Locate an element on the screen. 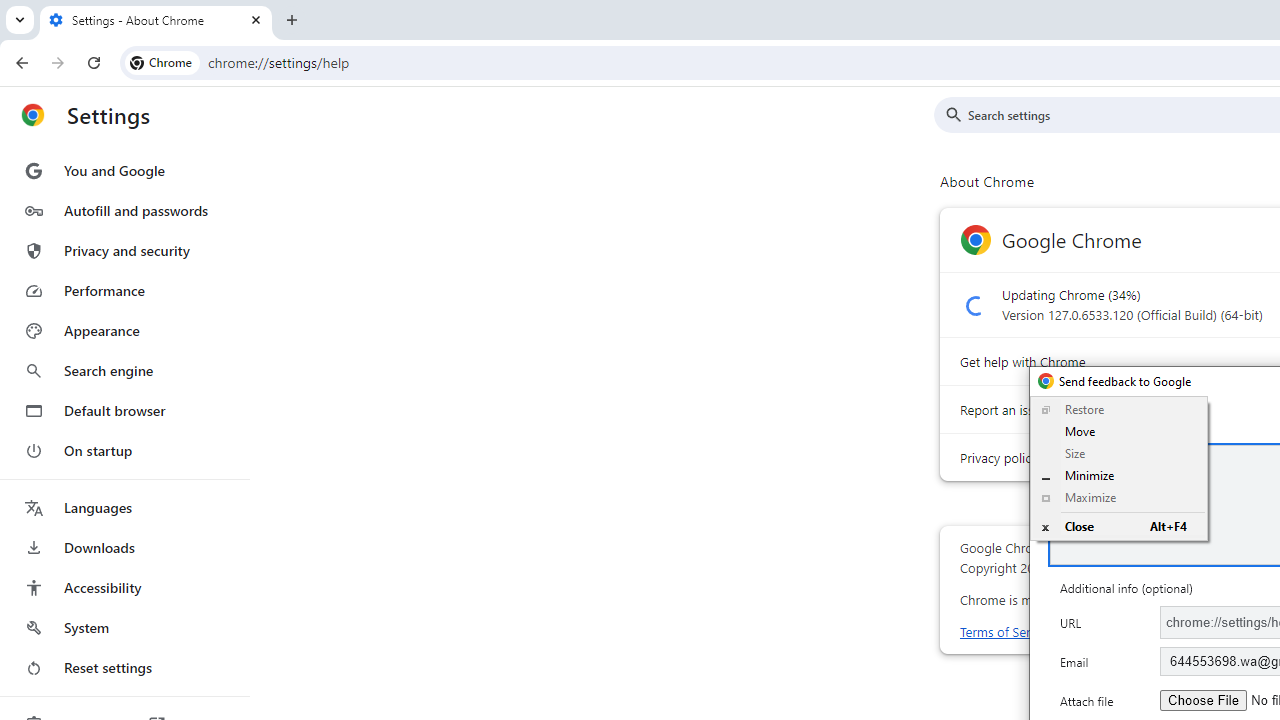  'Accessibility' is located at coordinates (123, 586).